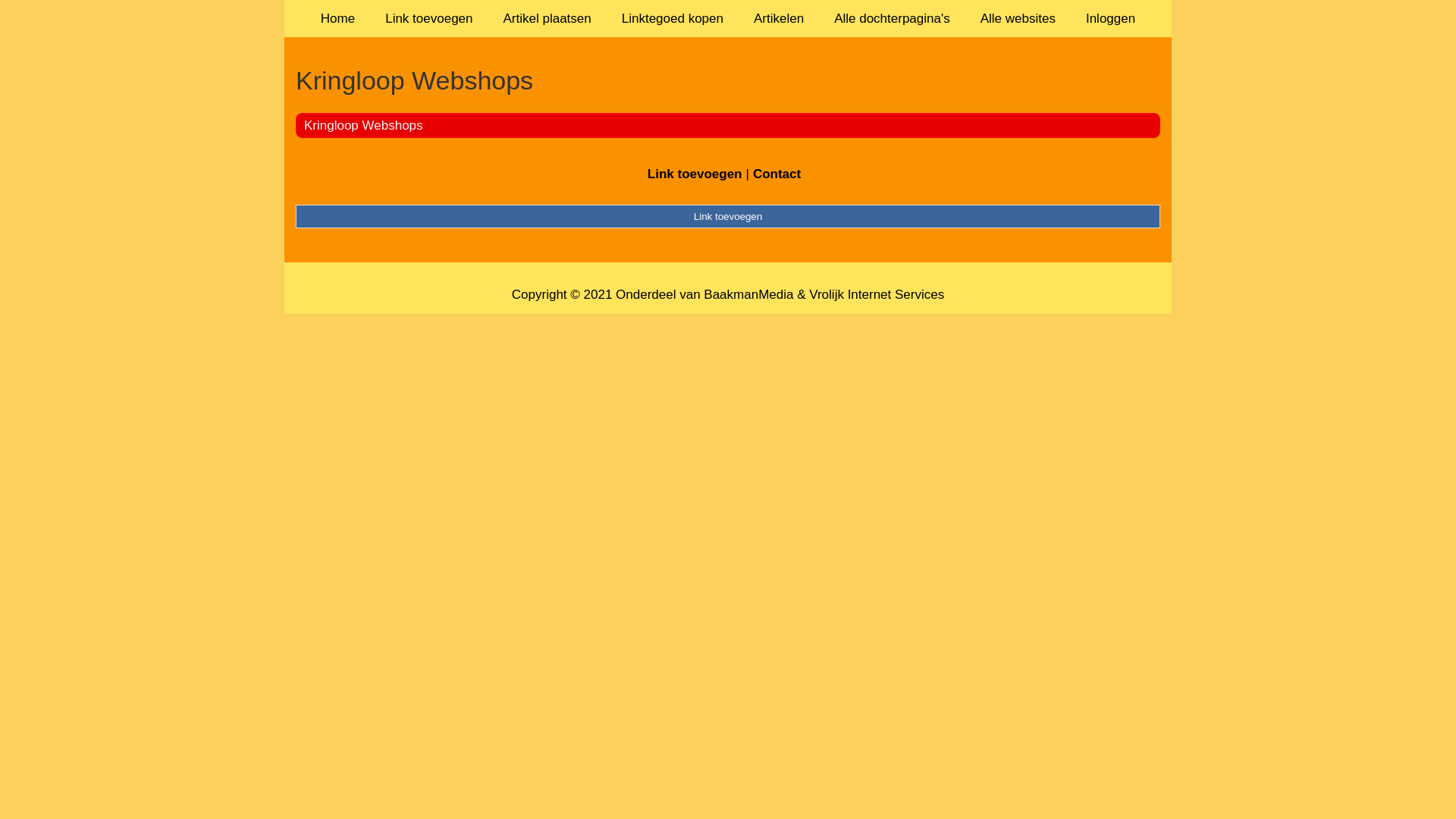 This screenshot has height=819, width=1456. What do you see at coordinates (337, 18) in the screenshot?
I see `'Home'` at bounding box center [337, 18].